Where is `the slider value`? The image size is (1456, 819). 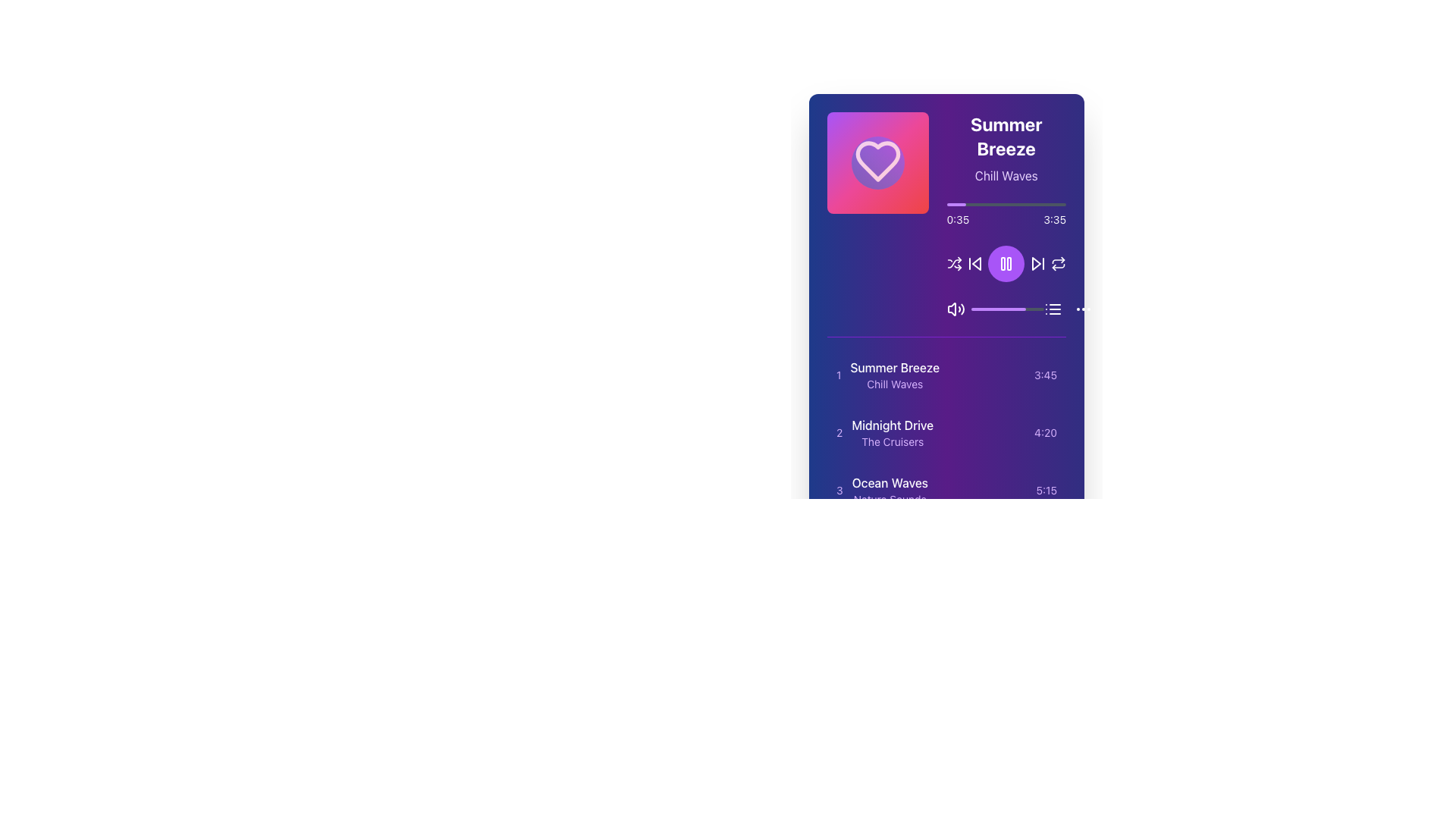
the slider value is located at coordinates (1024, 309).